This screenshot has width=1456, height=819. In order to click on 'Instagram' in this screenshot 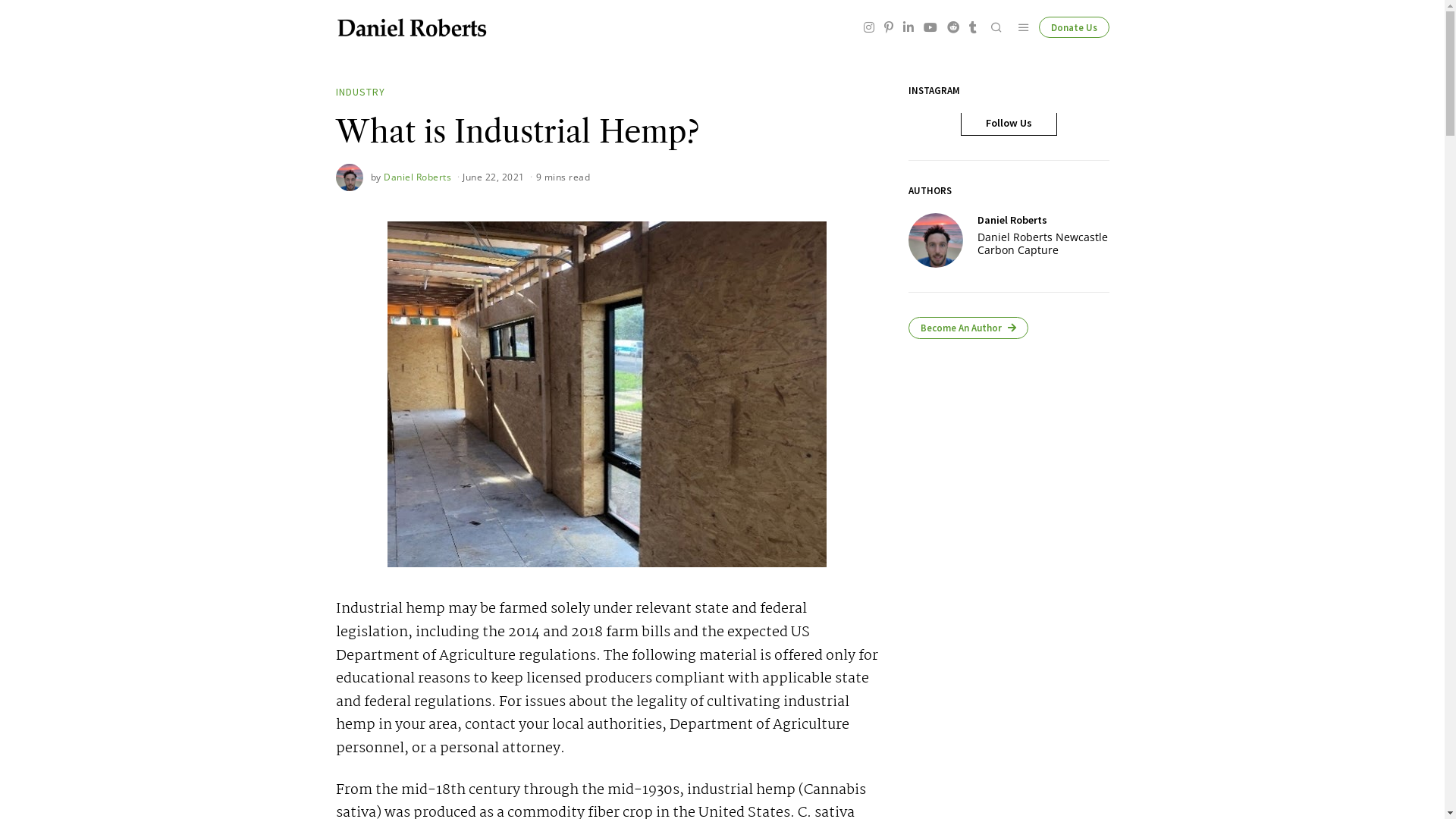, I will do `click(869, 27)`.